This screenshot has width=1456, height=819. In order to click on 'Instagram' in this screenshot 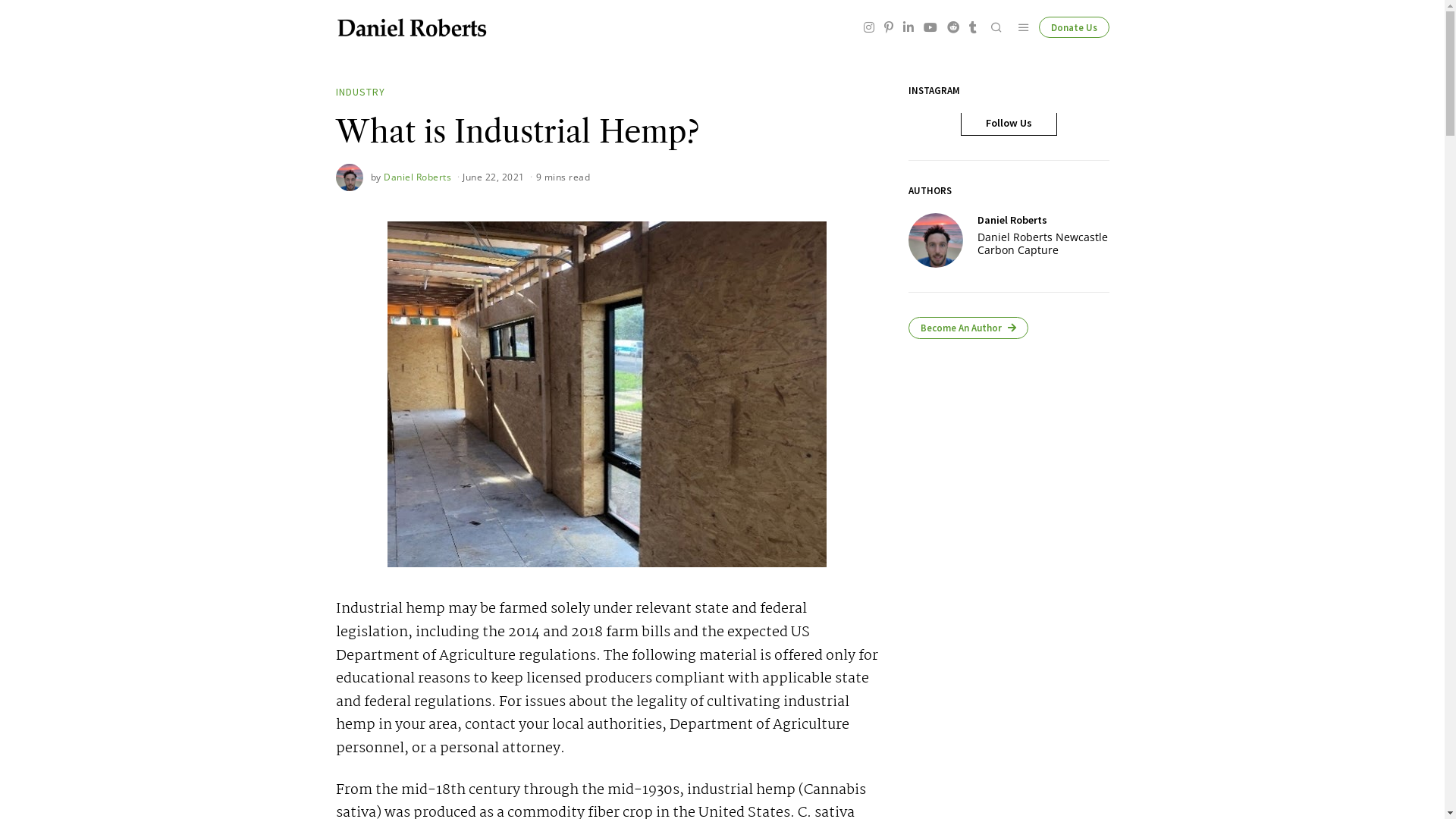, I will do `click(869, 27)`.